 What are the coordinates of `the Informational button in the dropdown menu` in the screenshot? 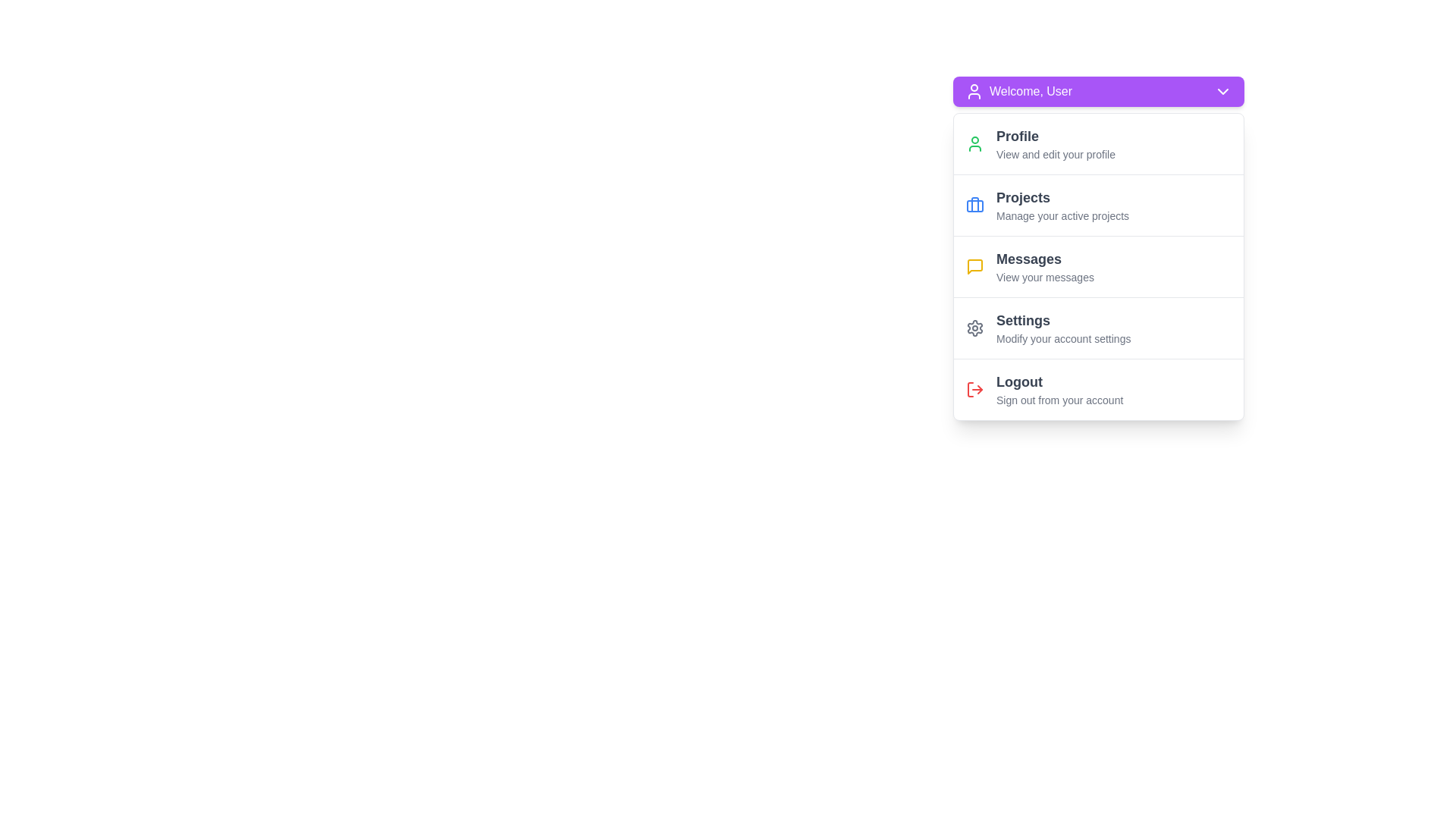 It's located at (1055, 143).